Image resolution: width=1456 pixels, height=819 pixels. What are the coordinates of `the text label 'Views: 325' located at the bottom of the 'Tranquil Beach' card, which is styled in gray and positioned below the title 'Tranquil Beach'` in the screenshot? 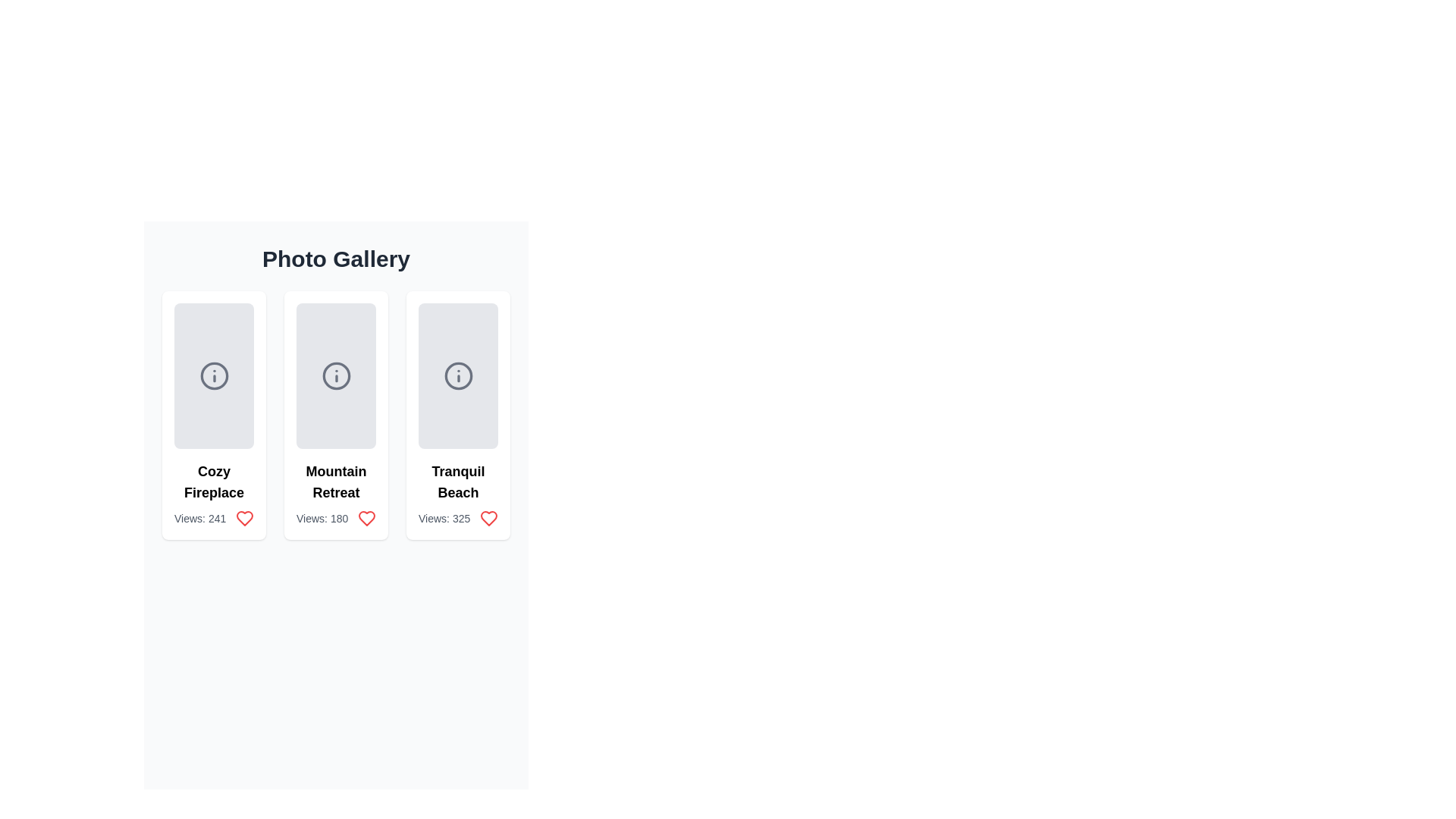 It's located at (457, 517).